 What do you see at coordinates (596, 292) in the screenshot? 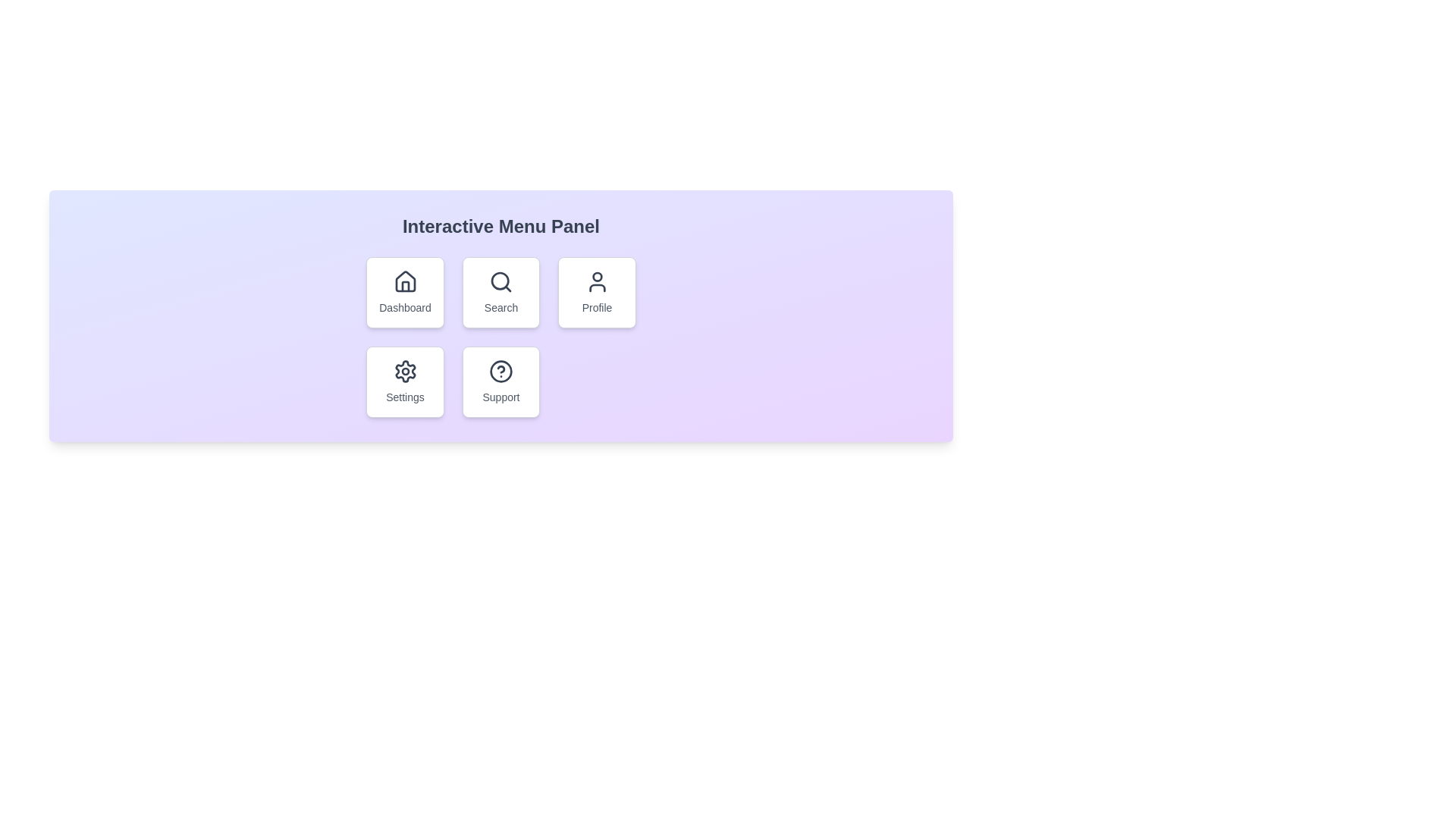
I see `the 'Profile' button, which is a square-shaped button with rounded corners, a white background, a centered user icon, and the text 'Profile' below it` at bounding box center [596, 292].